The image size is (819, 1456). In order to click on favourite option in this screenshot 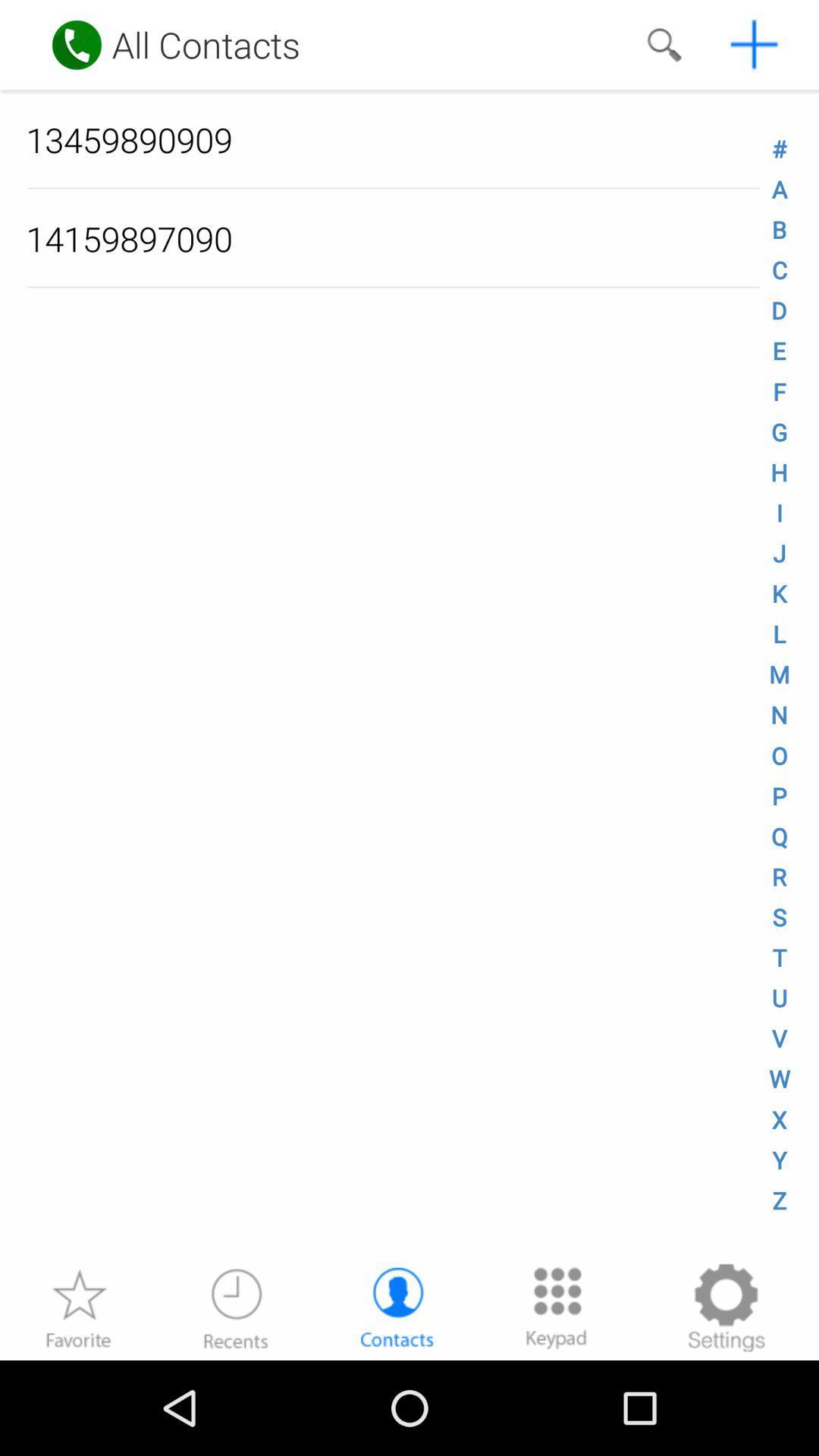, I will do `click(78, 1307)`.